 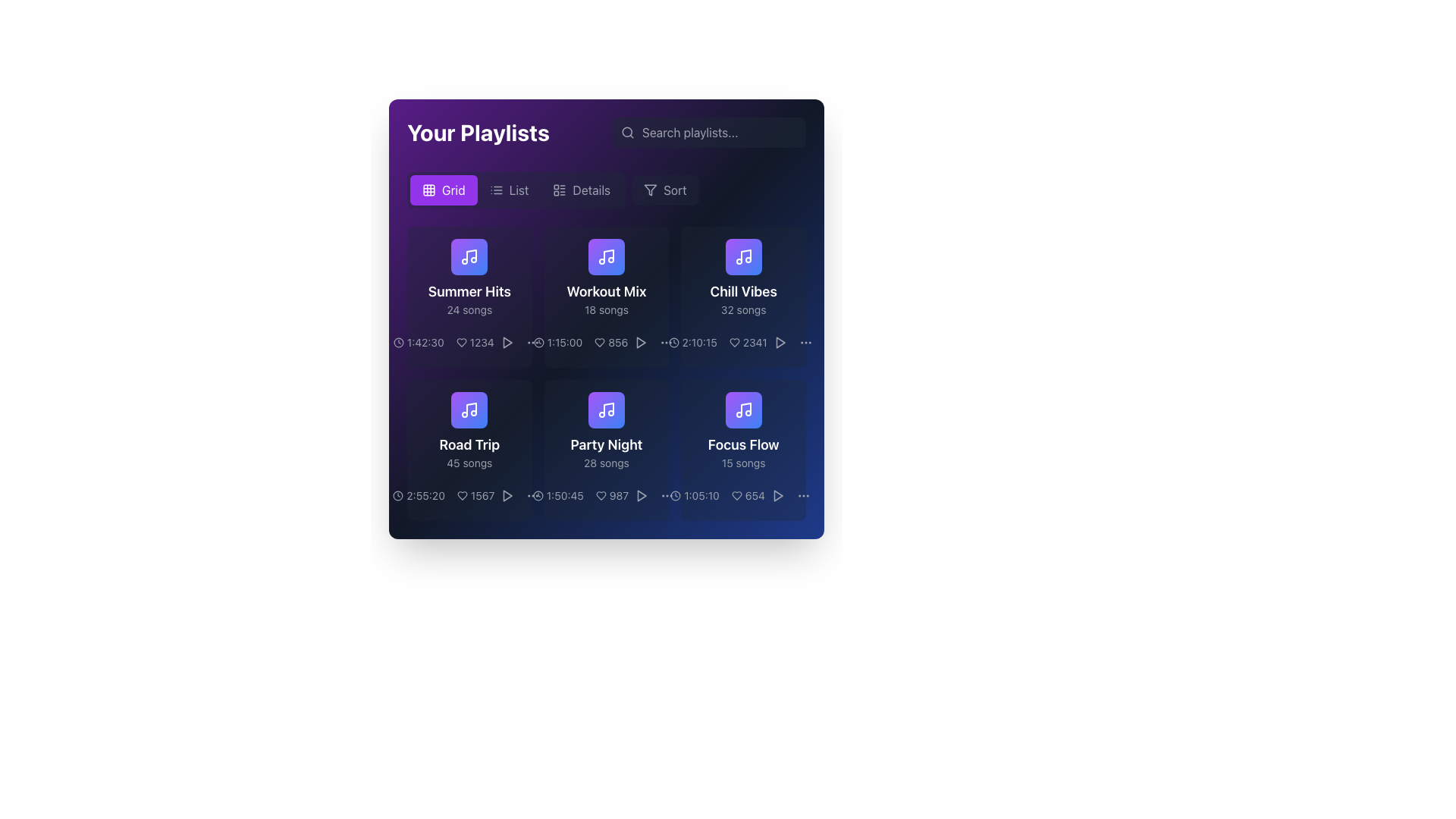 I want to click on the ellipsis icon for options or menu at the bottom-right corner of the 'Focus Flow' playlist card, so click(x=667, y=496).